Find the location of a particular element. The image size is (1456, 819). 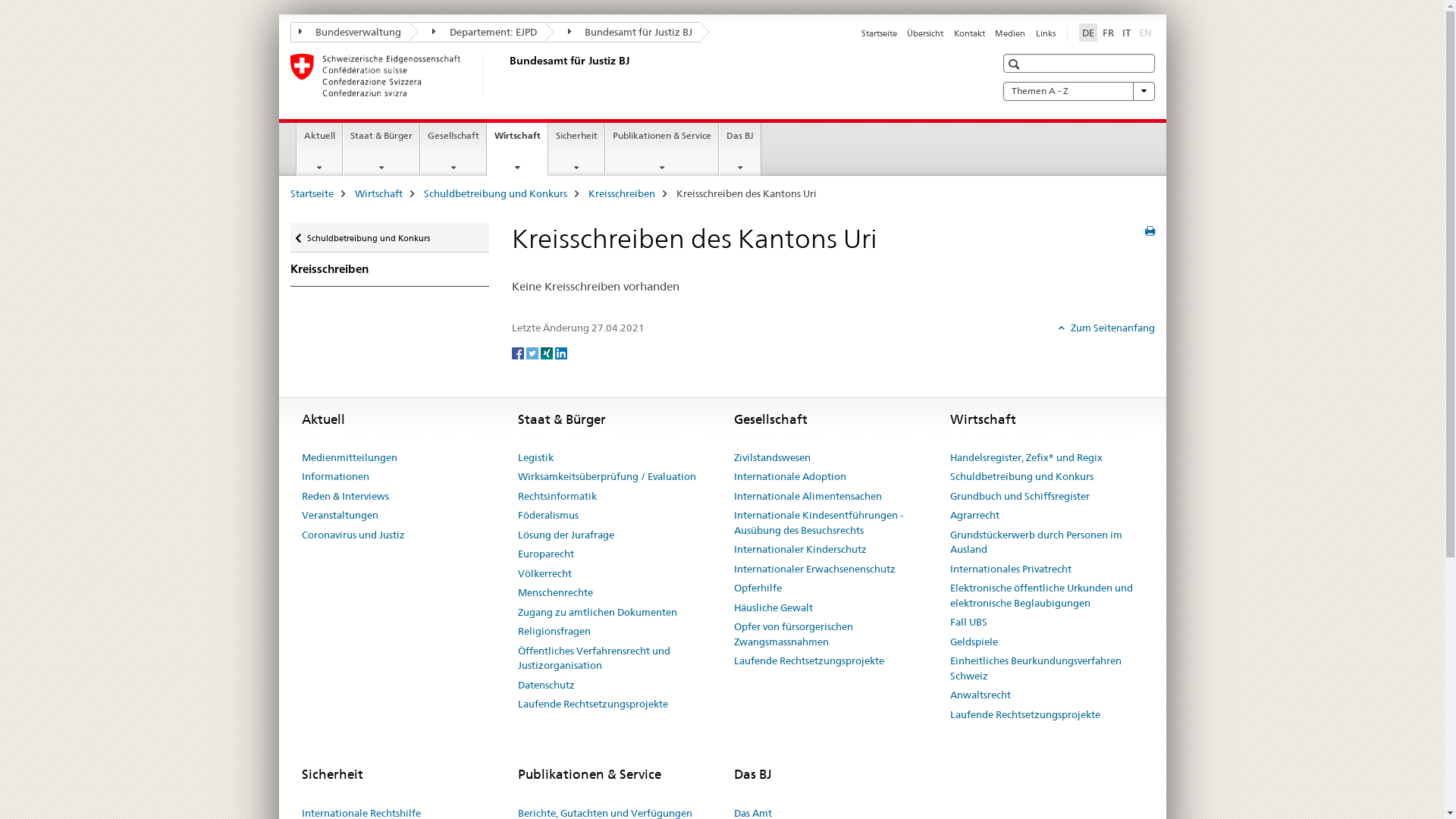

'Legistik' is located at coordinates (535, 457).